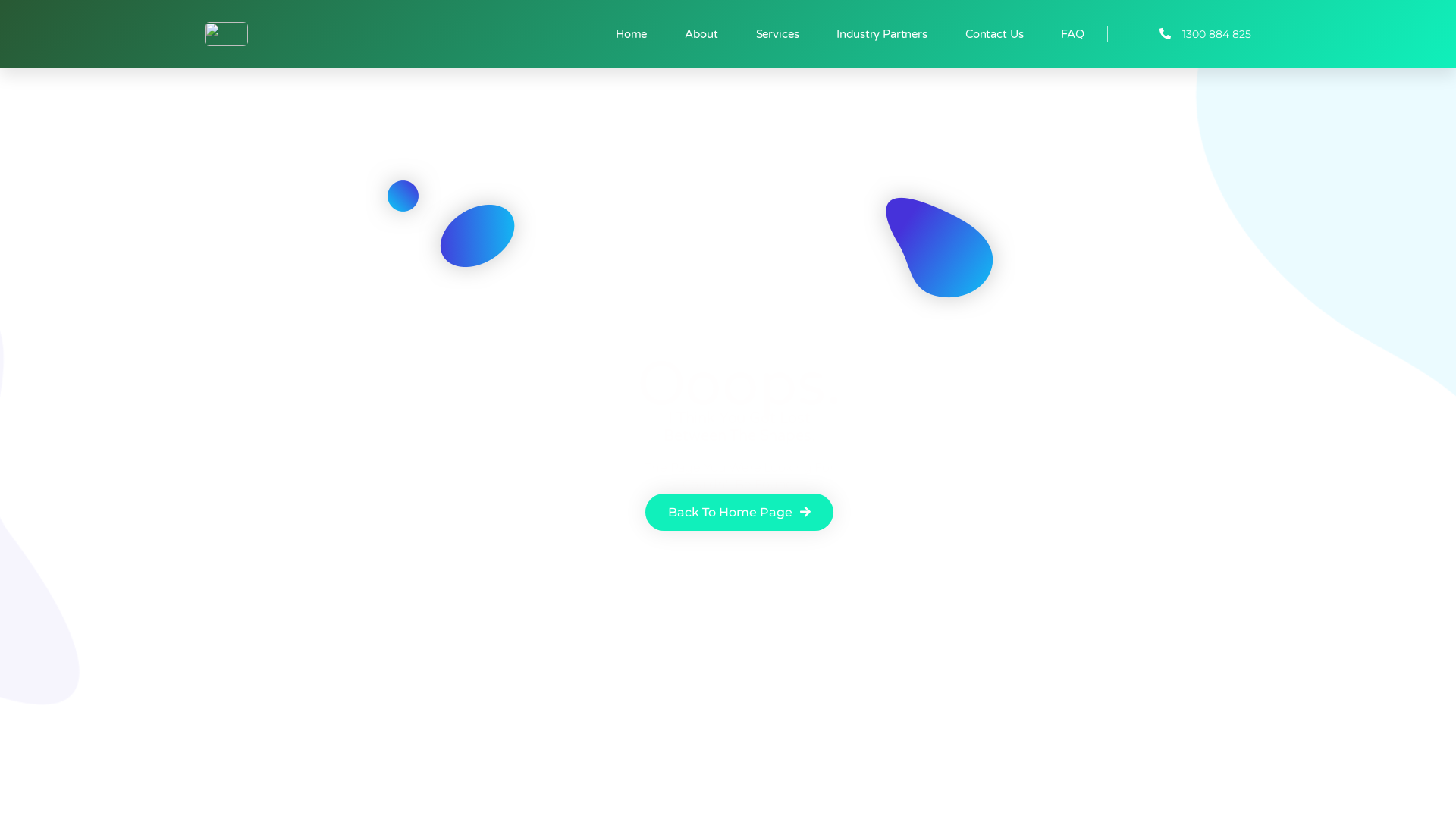 This screenshot has height=819, width=1456. Describe the element at coordinates (777, 34) in the screenshot. I see `'Services'` at that location.